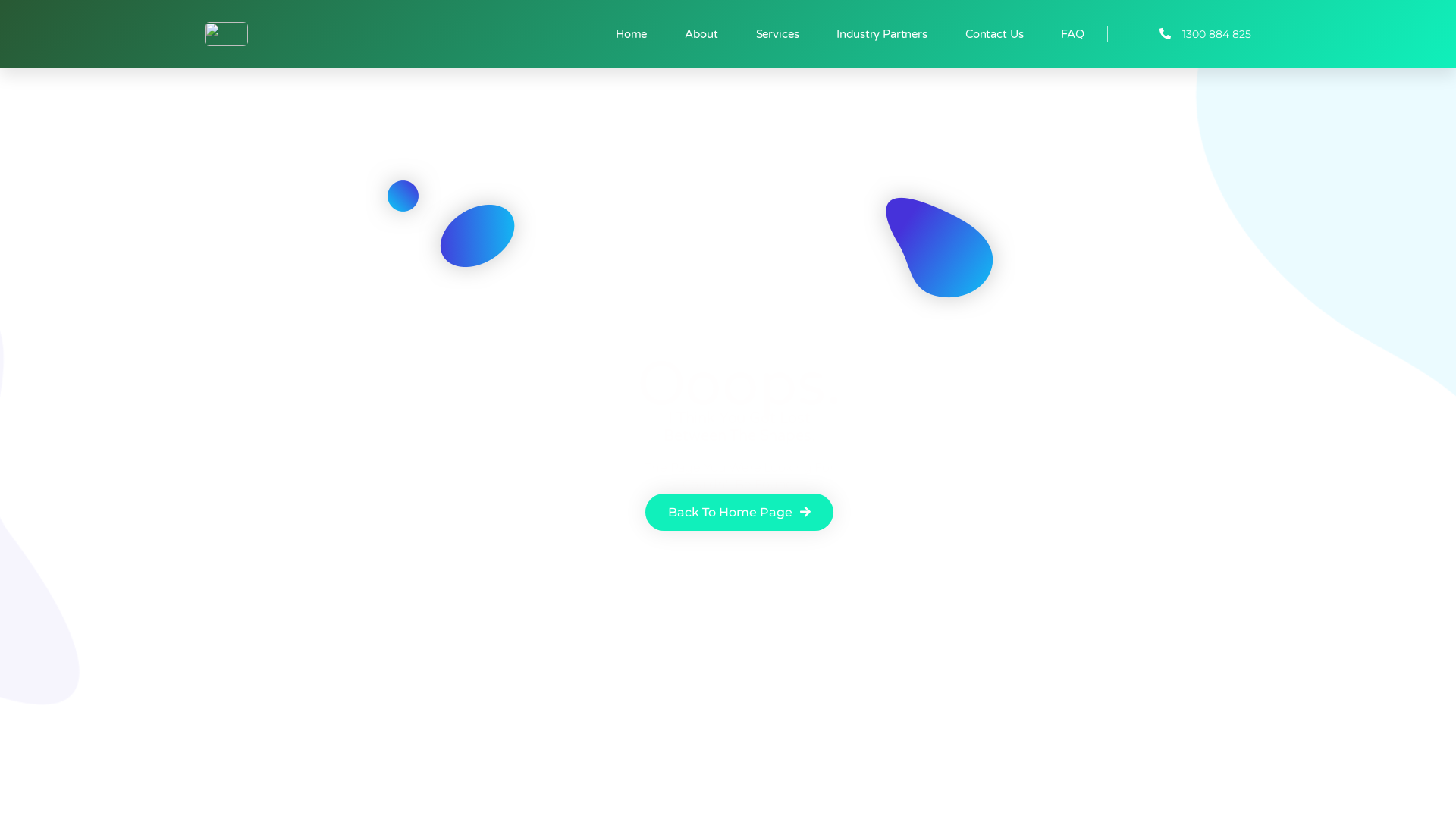 This screenshot has height=819, width=1456. Describe the element at coordinates (777, 34) in the screenshot. I see `'Services'` at that location.